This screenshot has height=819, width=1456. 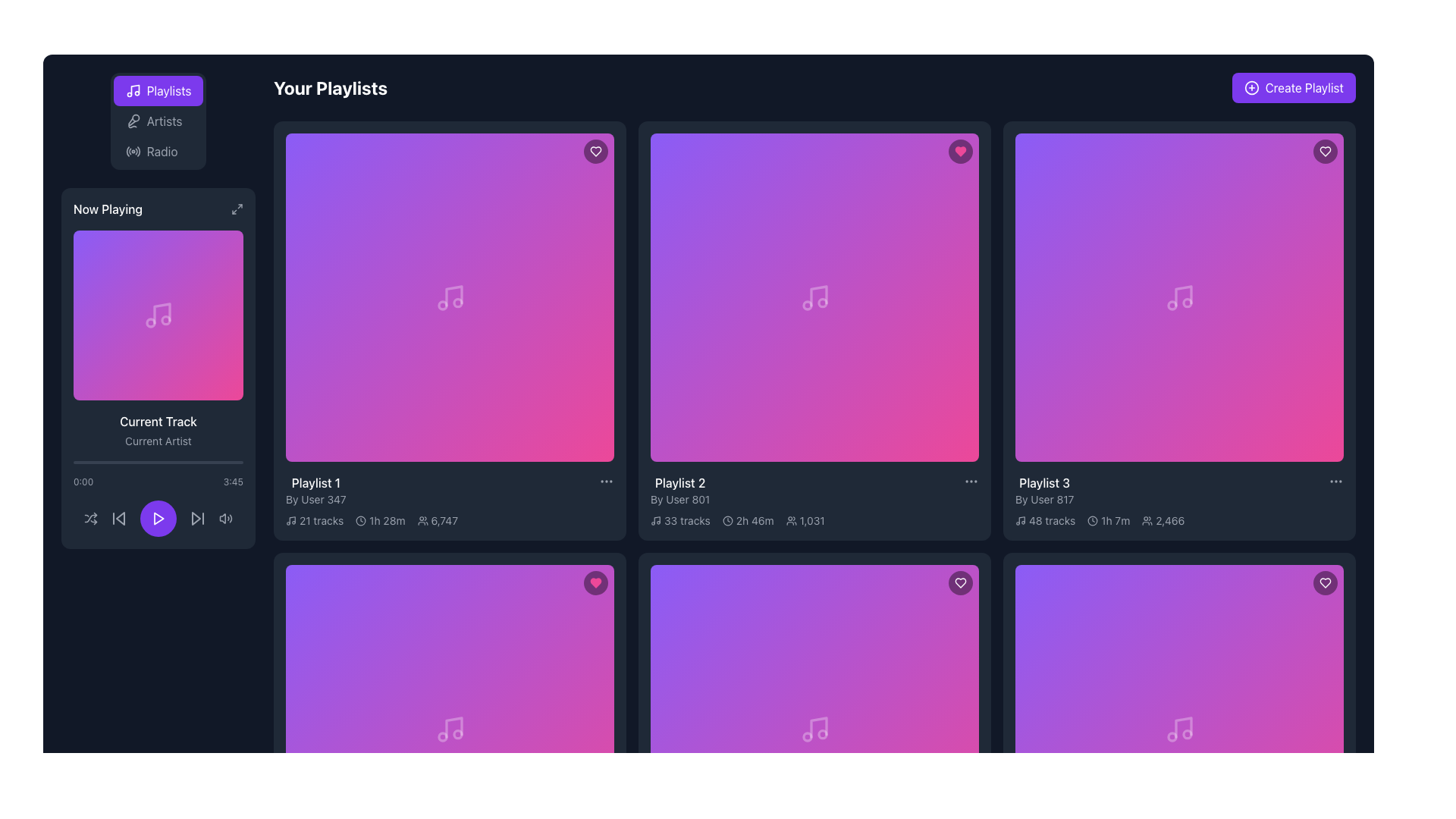 I want to click on the Play icon (SVG) located in the bottom right card of the playlist grid, so click(x=814, y=728).